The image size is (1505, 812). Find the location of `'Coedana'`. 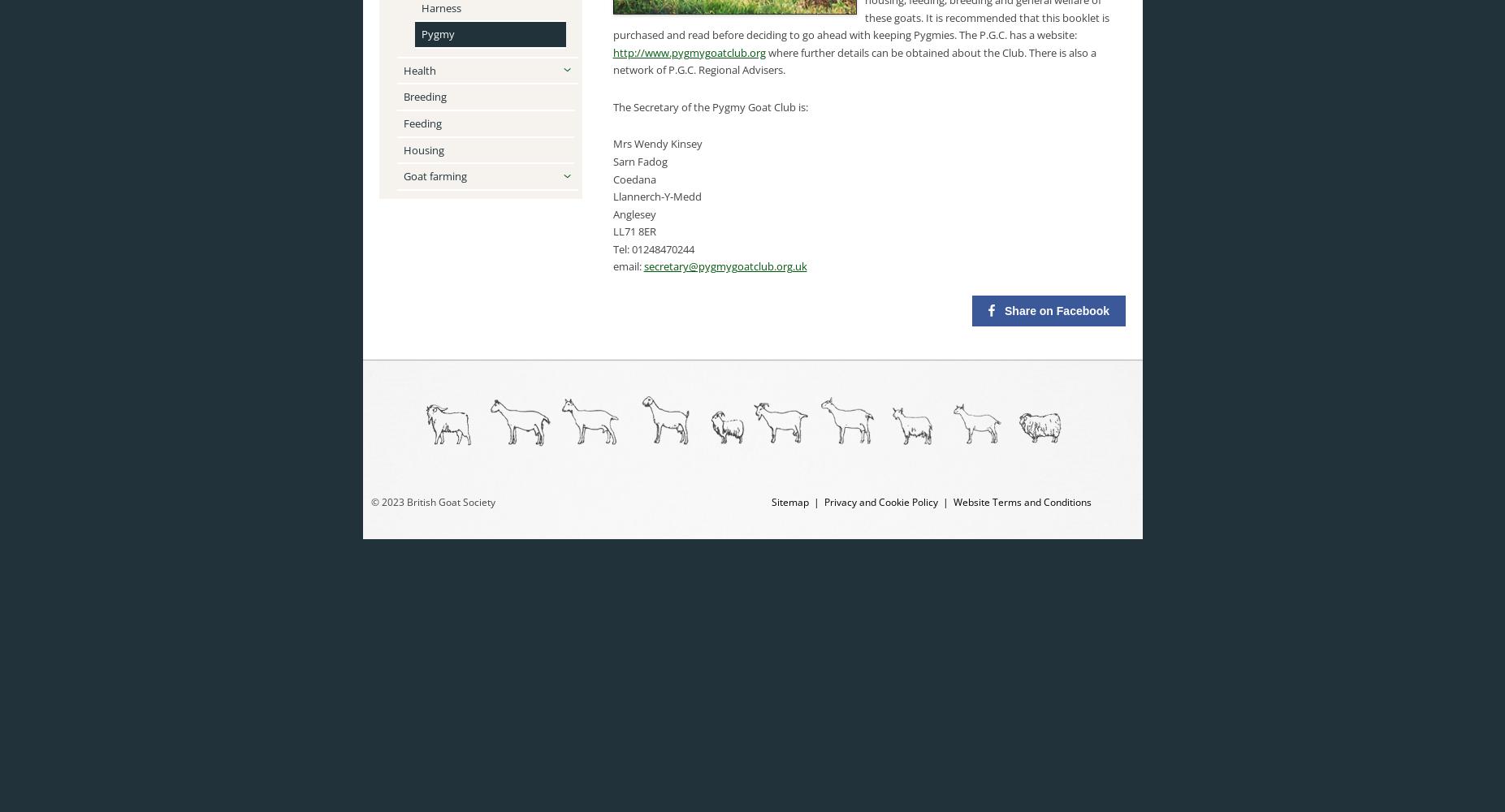

'Coedana' is located at coordinates (633, 178).